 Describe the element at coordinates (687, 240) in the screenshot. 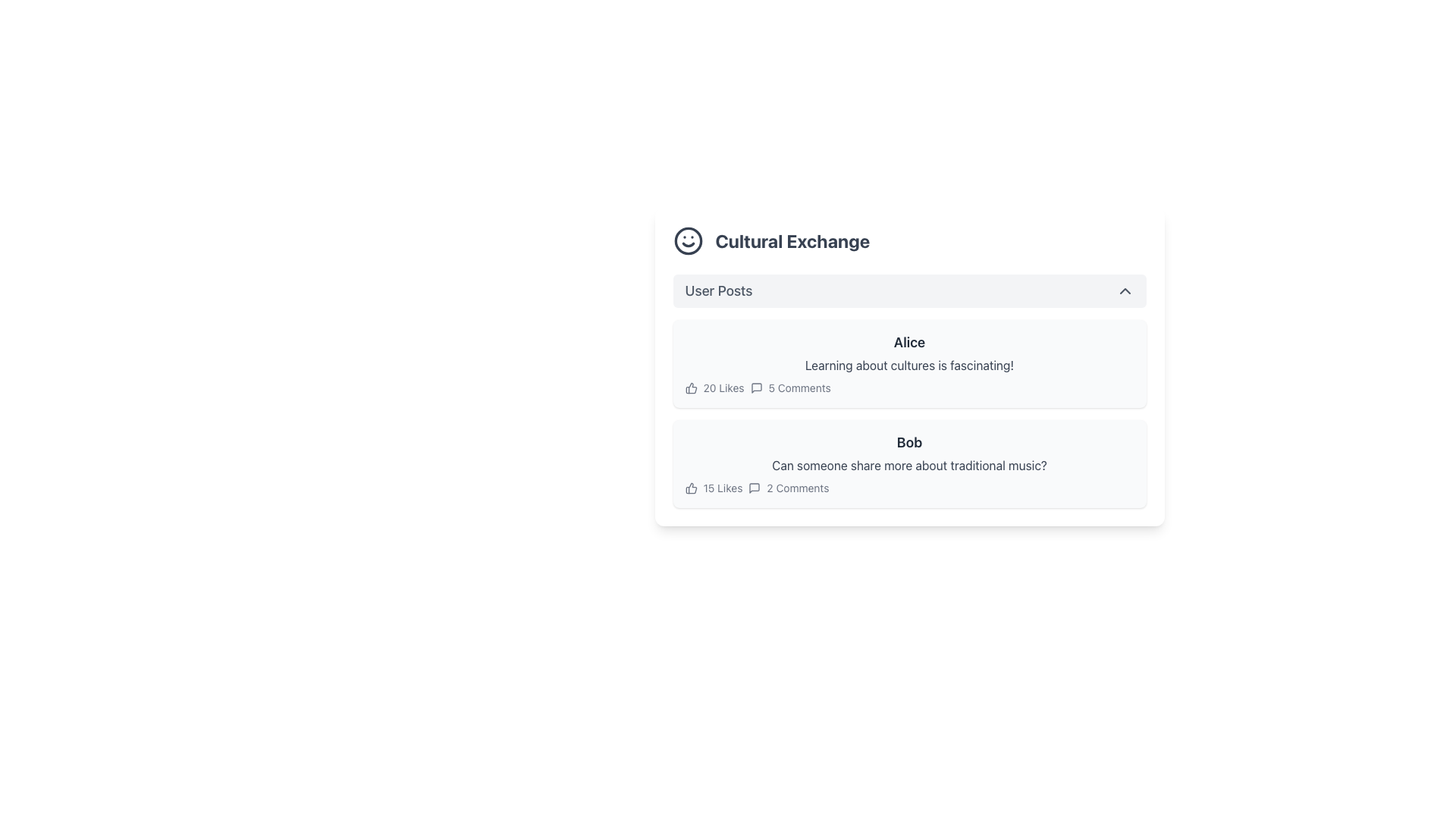

I see `circular graphical element within the smiling face icon located in the top-left corner of the 'Cultural Exchange' header section through developer tools` at that location.